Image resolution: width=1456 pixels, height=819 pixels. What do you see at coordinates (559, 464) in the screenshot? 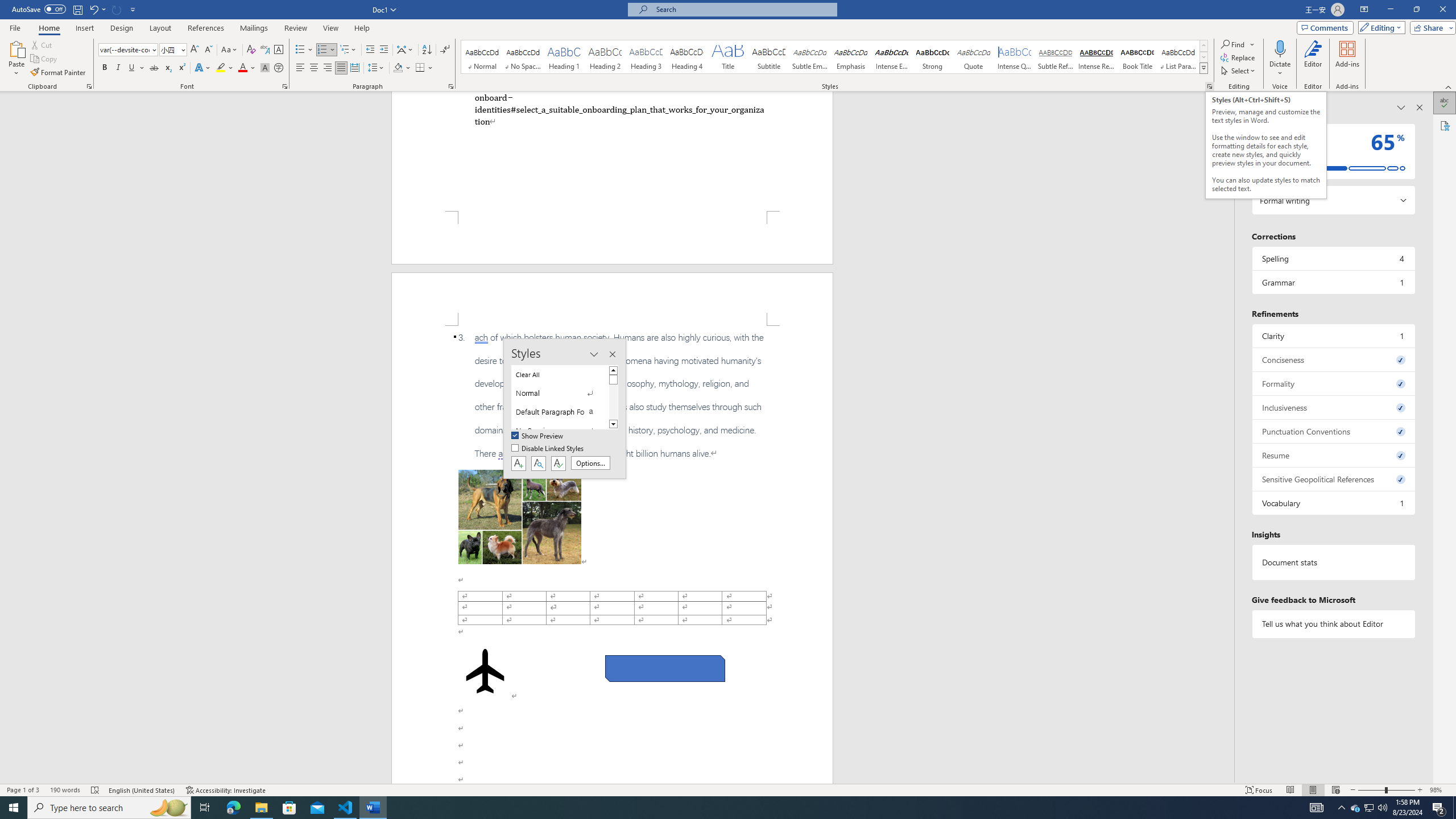
I see `'Class: NetUIButton'` at bounding box center [559, 464].